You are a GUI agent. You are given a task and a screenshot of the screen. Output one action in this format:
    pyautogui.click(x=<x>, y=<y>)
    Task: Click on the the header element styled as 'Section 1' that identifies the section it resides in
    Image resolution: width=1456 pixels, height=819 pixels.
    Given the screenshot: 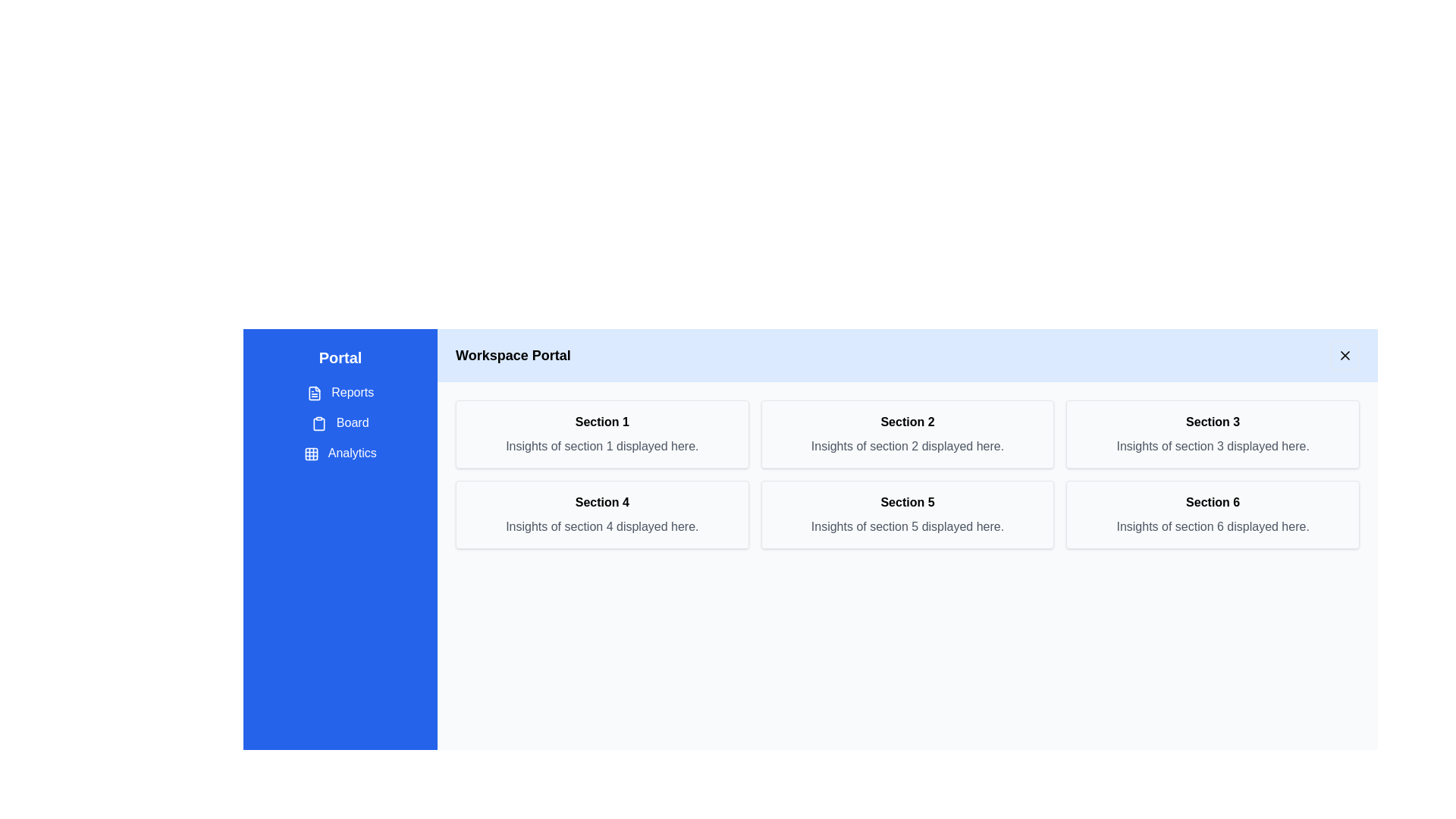 What is the action you would take?
    pyautogui.click(x=601, y=422)
    